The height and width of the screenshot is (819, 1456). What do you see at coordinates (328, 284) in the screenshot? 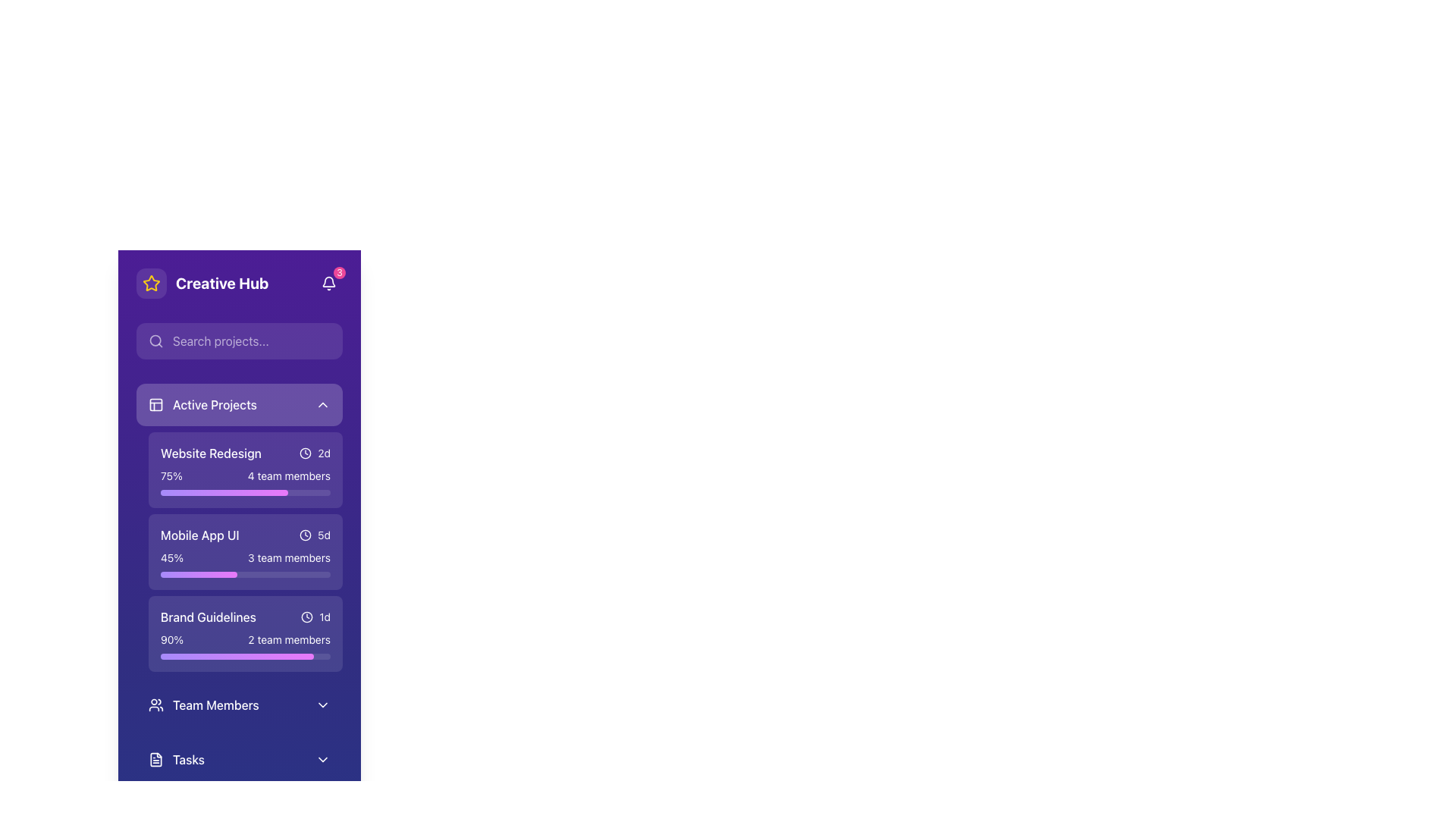
I see `the bell-shaped icon with a minimalist line-drawing design located at the top right section of the interface next to the header text 'Creative Hub'` at bounding box center [328, 284].